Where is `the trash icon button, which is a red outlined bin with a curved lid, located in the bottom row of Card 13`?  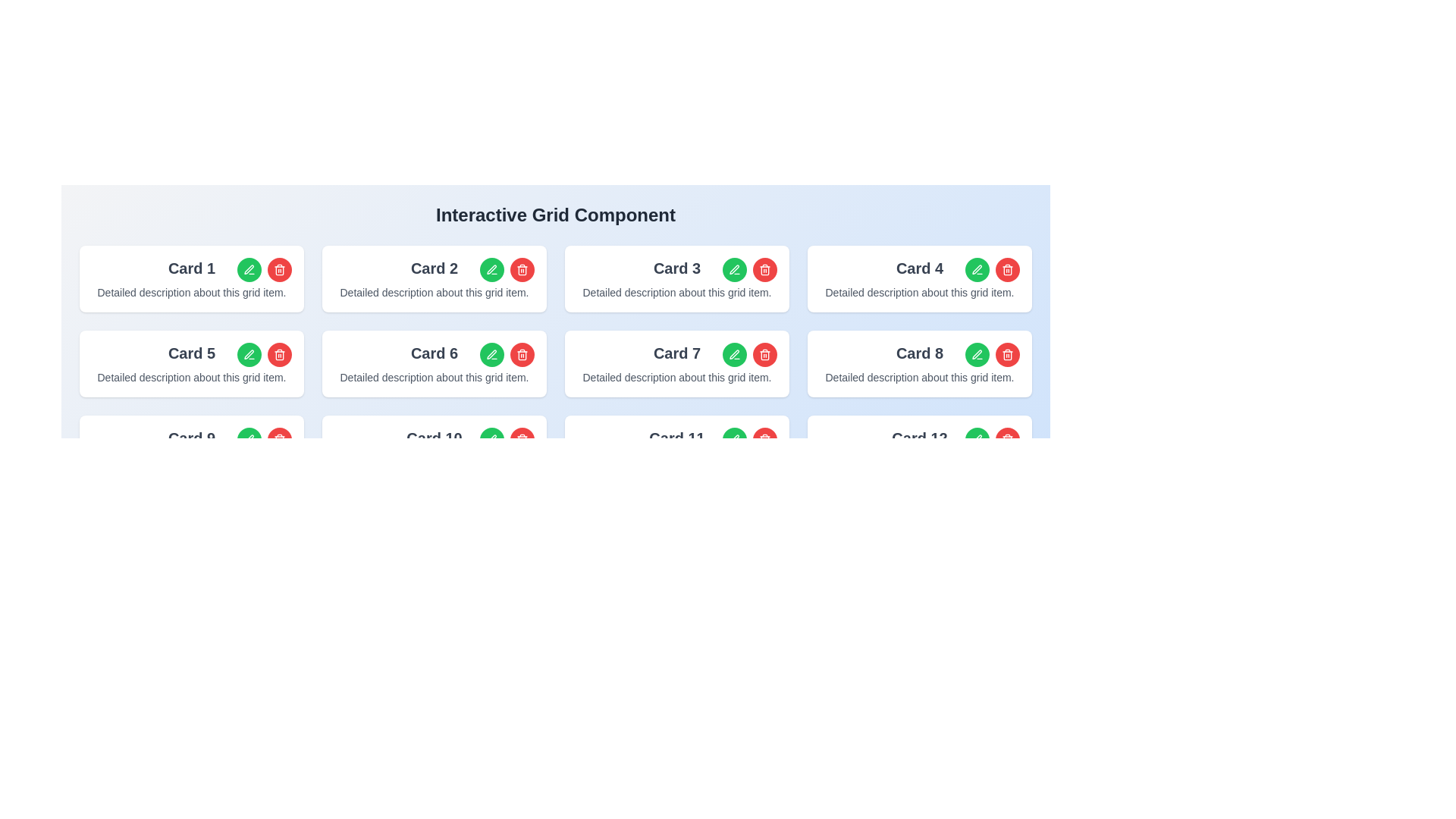
the trash icon button, which is a red outlined bin with a curved lid, located in the bottom row of Card 13 is located at coordinates (764, 439).